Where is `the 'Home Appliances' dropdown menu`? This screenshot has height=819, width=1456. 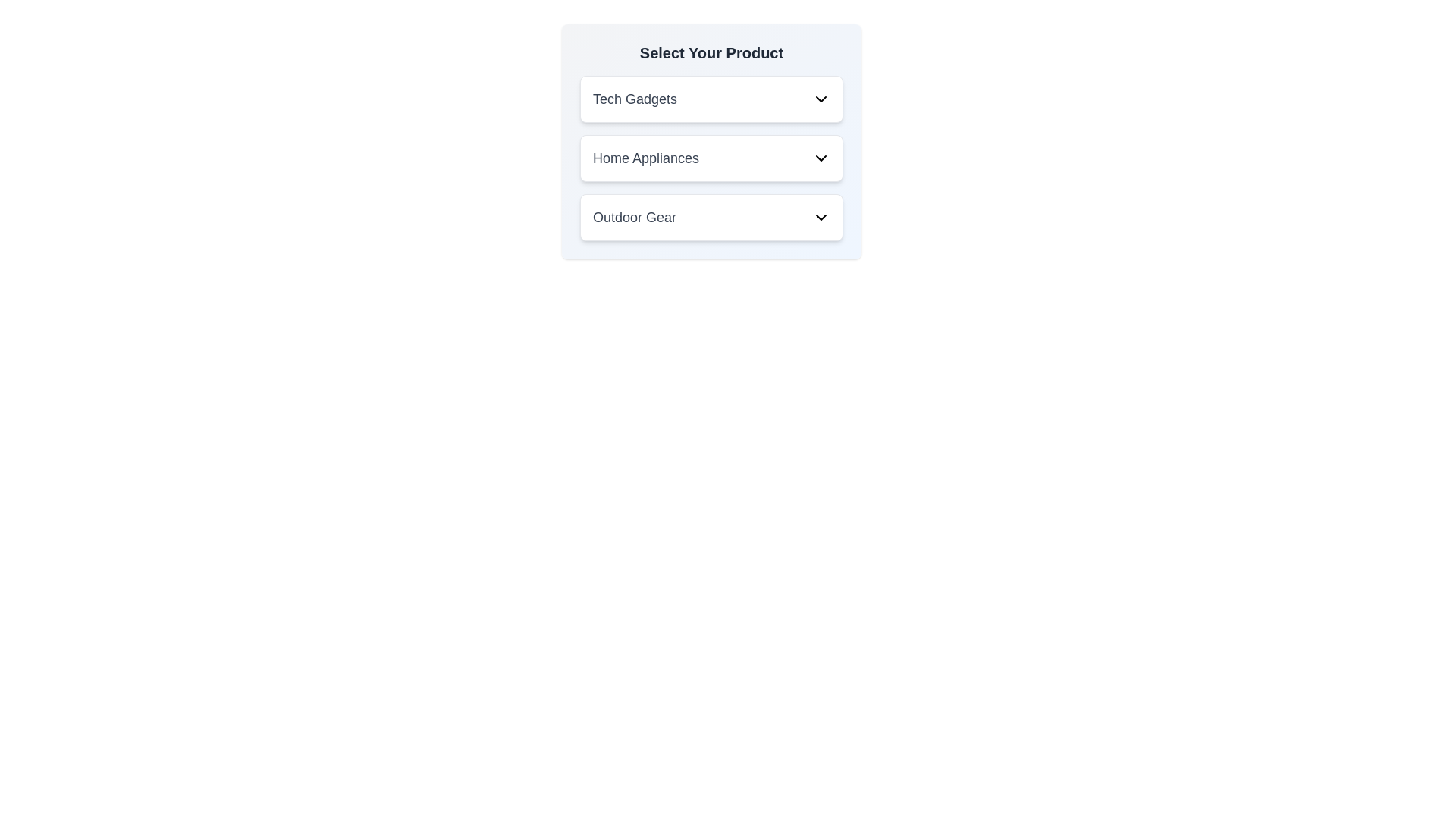
the 'Home Appliances' dropdown menu is located at coordinates (711, 141).